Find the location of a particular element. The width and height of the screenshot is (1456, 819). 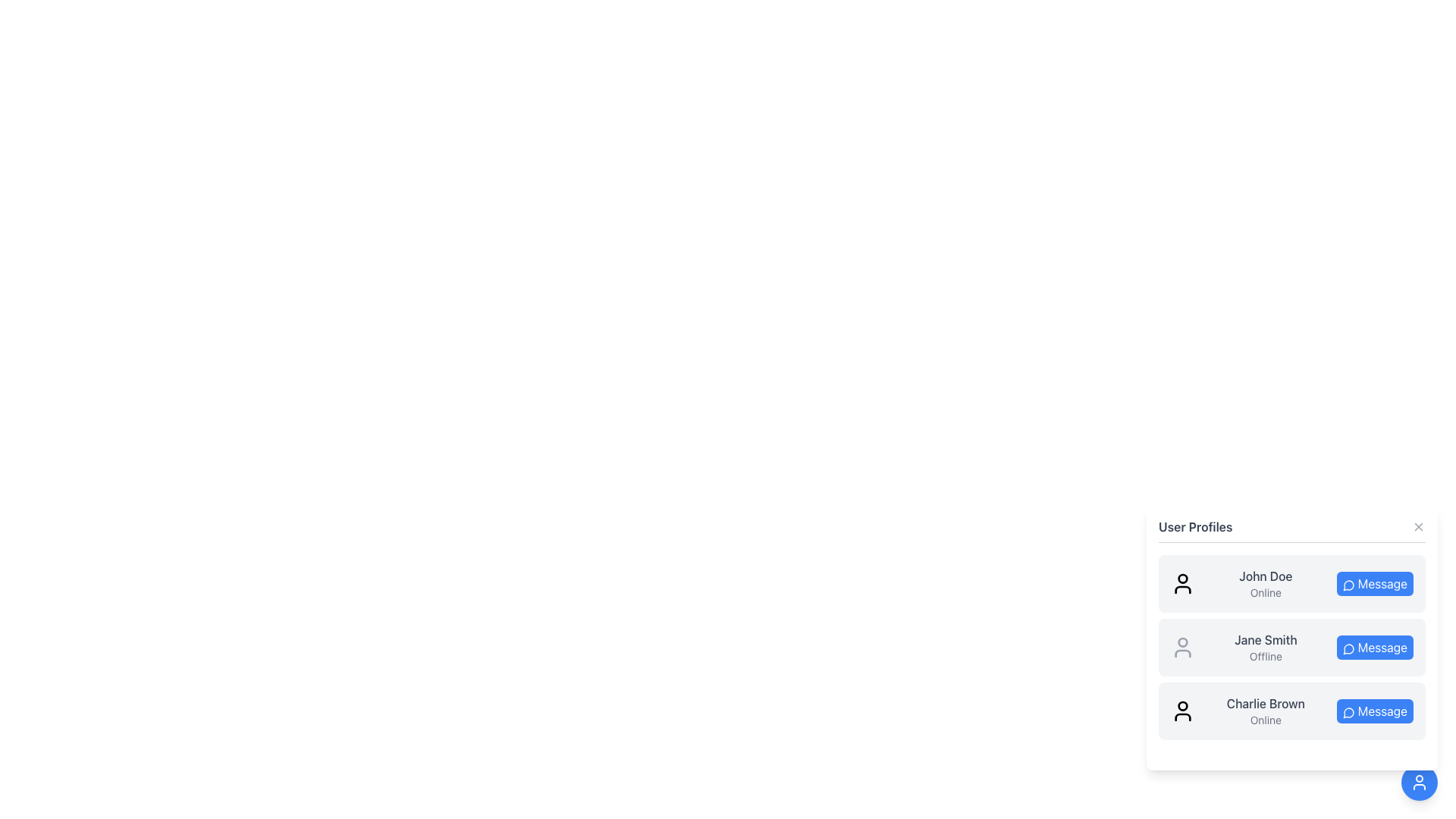

the circular blue button with a white user icon located at the bottom-right corner of the interface is located at coordinates (1419, 783).